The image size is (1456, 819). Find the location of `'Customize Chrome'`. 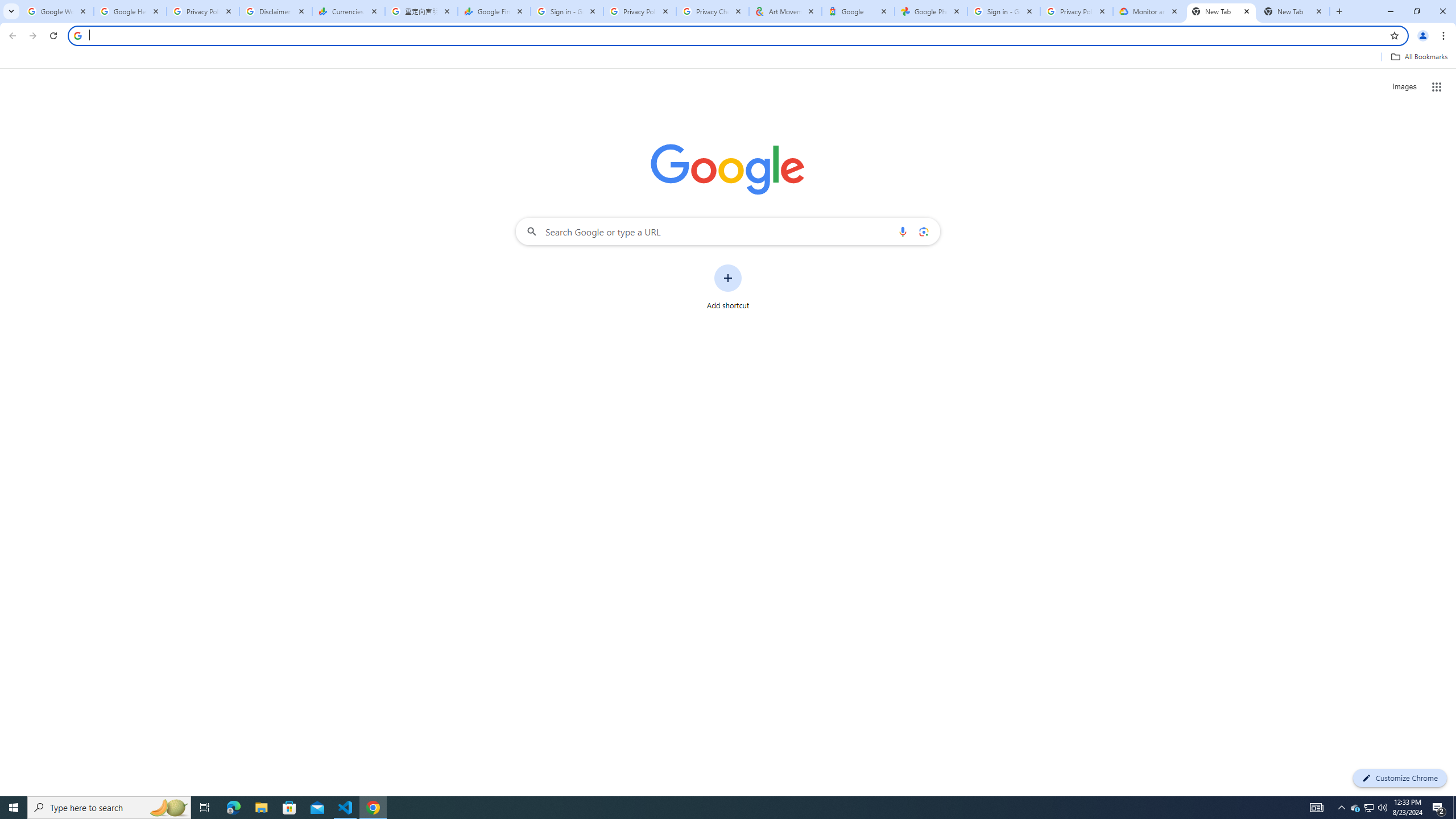

'Customize Chrome' is located at coordinates (1400, 777).